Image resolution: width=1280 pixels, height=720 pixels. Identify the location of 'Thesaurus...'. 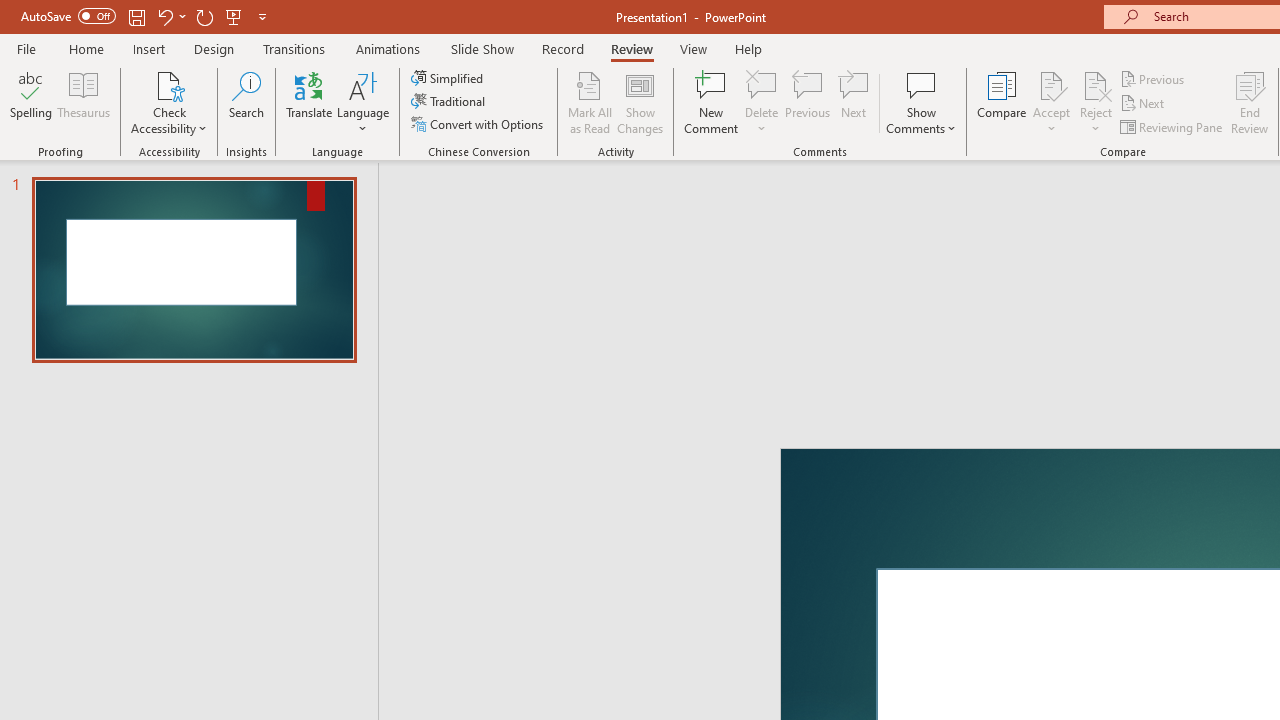
(82, 103).